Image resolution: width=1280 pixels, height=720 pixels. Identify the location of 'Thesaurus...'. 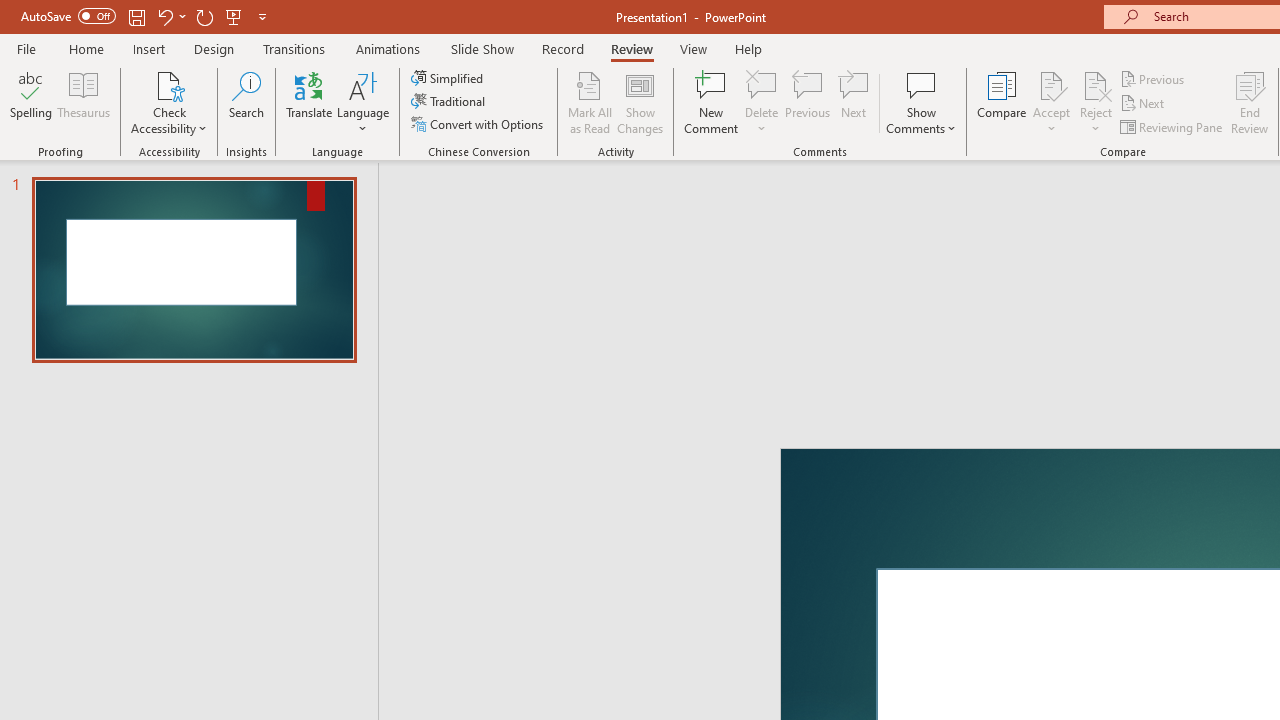
(82, 103).